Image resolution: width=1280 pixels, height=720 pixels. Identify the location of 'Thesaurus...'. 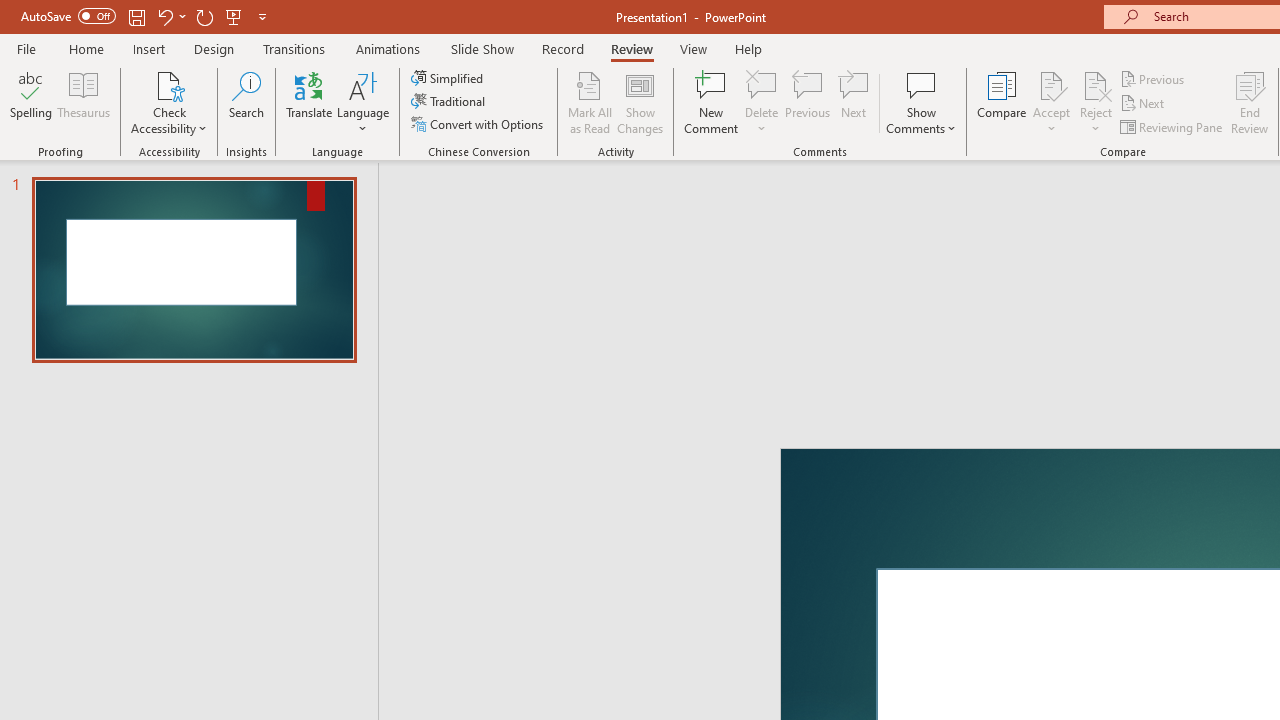
(82, 103).